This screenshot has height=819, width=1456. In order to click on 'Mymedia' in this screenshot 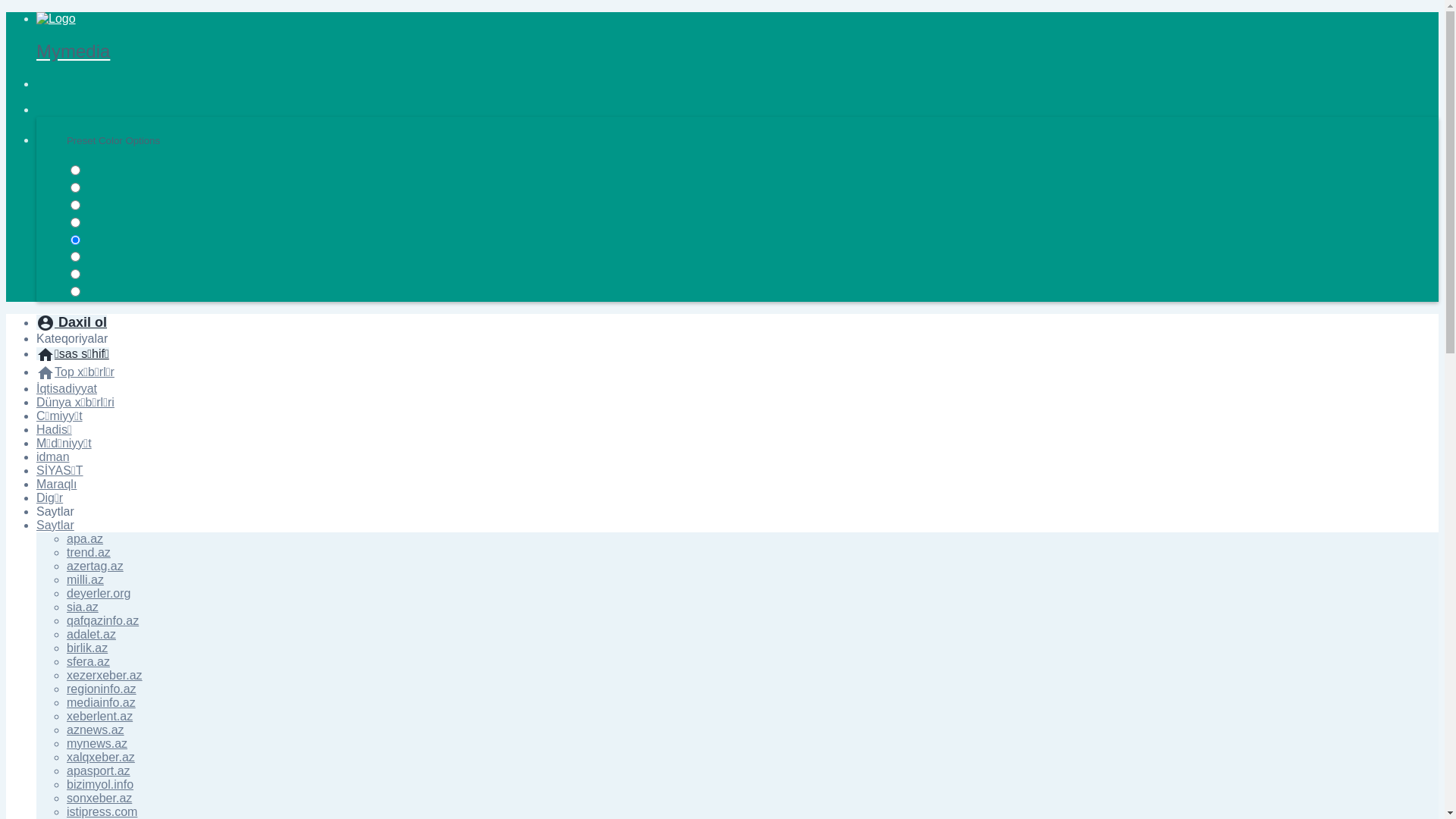, I will do `click(737, 36)`.